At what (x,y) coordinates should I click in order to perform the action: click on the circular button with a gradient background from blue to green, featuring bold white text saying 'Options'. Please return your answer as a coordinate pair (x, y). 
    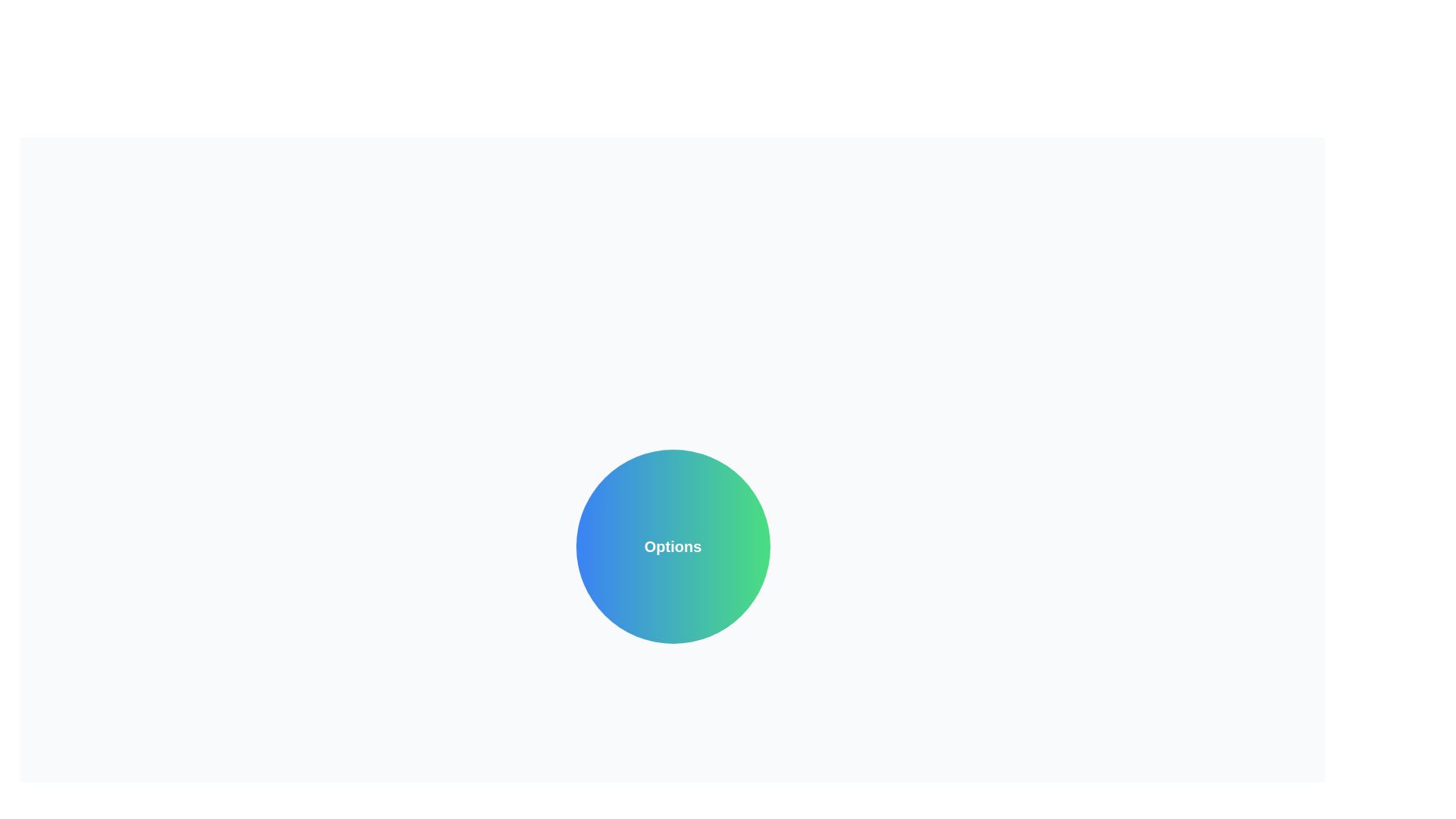
    Looking at the image, I should click on (672, 547).